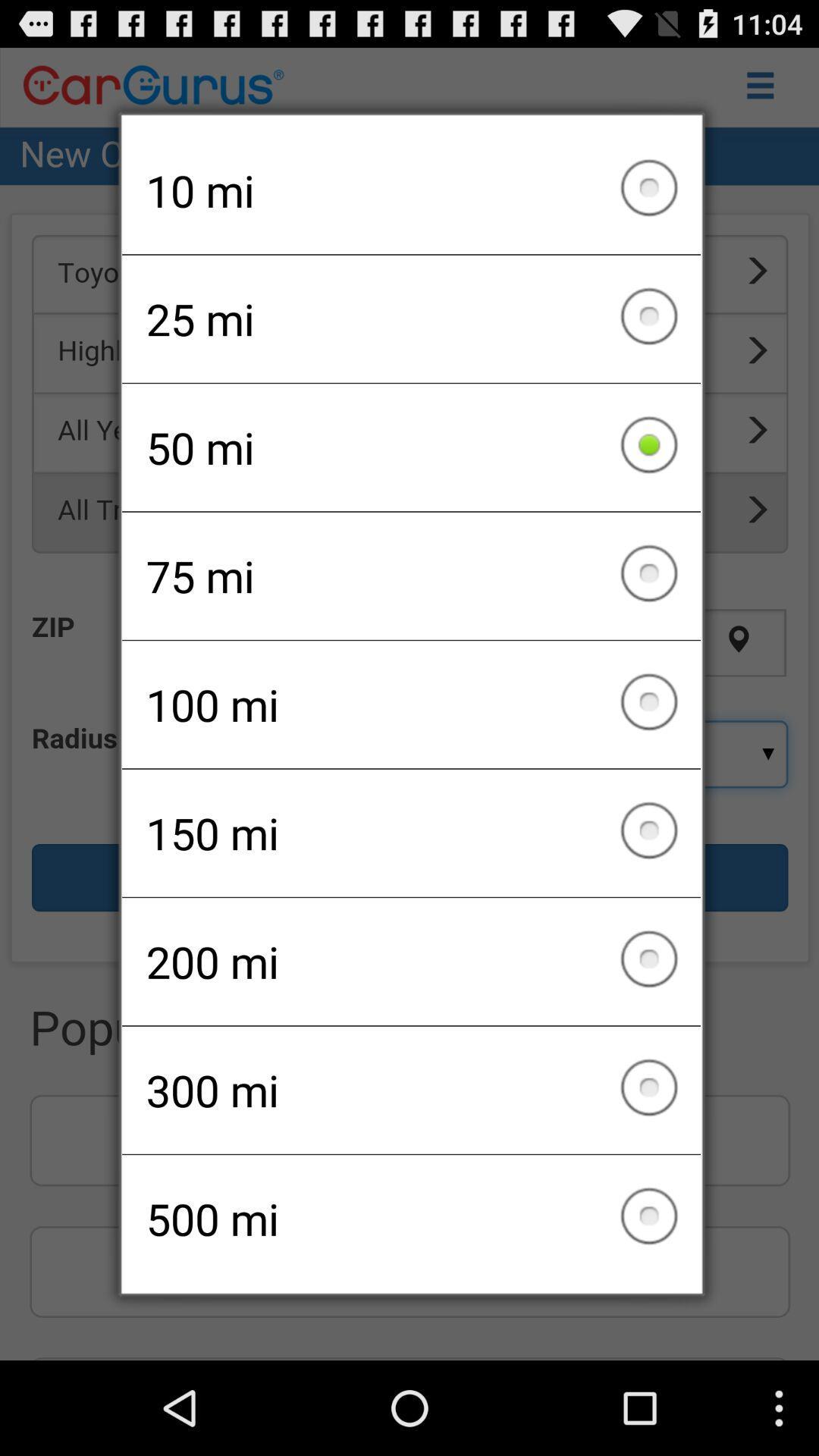 This screenshot has width=819, height=1456. What do you see at coordinates (411, 832) in the screenshot?
I see `item below the 100 mi item` at bounding box center [411, 832].